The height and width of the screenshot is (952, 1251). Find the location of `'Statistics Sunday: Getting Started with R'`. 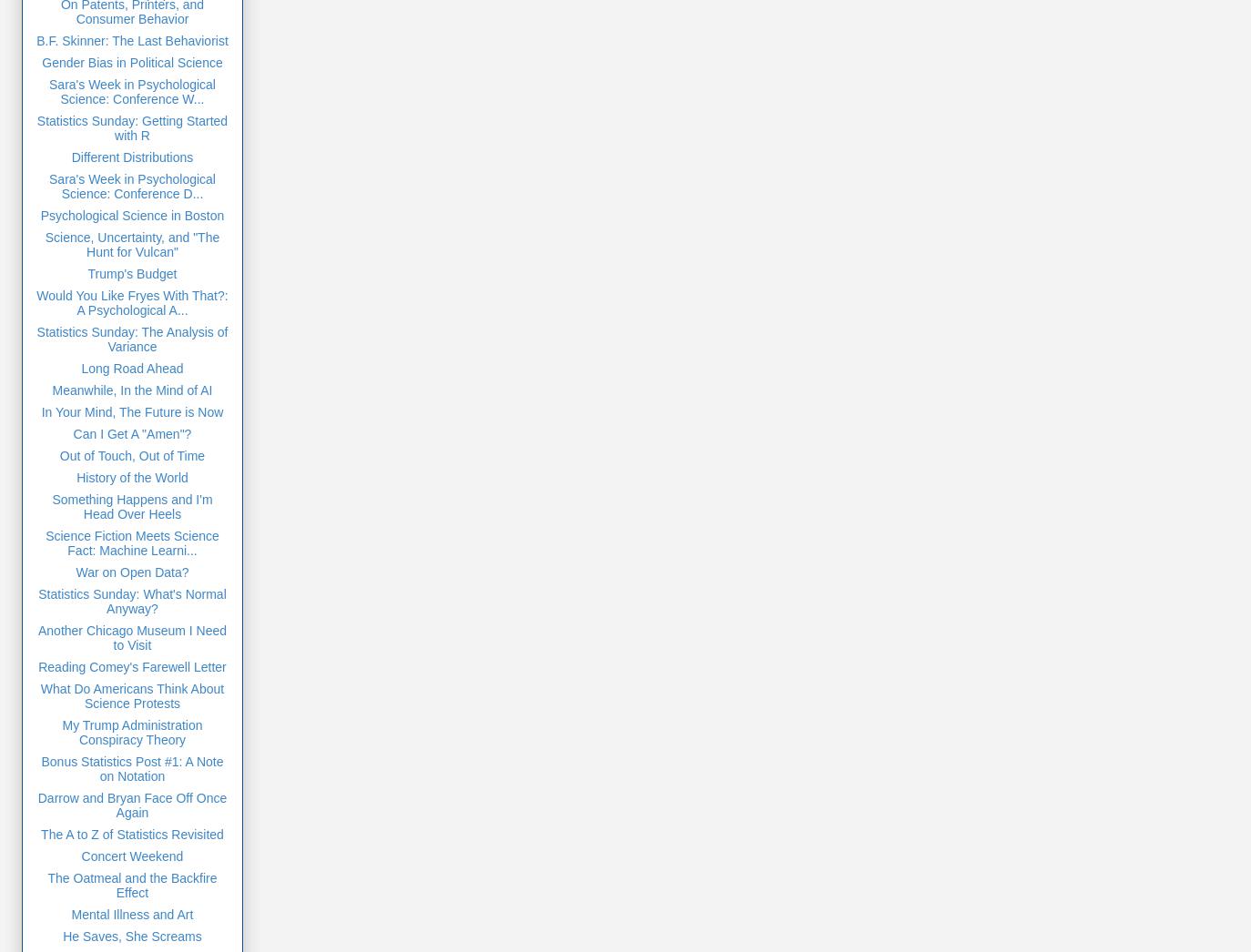

'Statistics Sunday: Getting Started with R' is located at coordinates (130, 126).